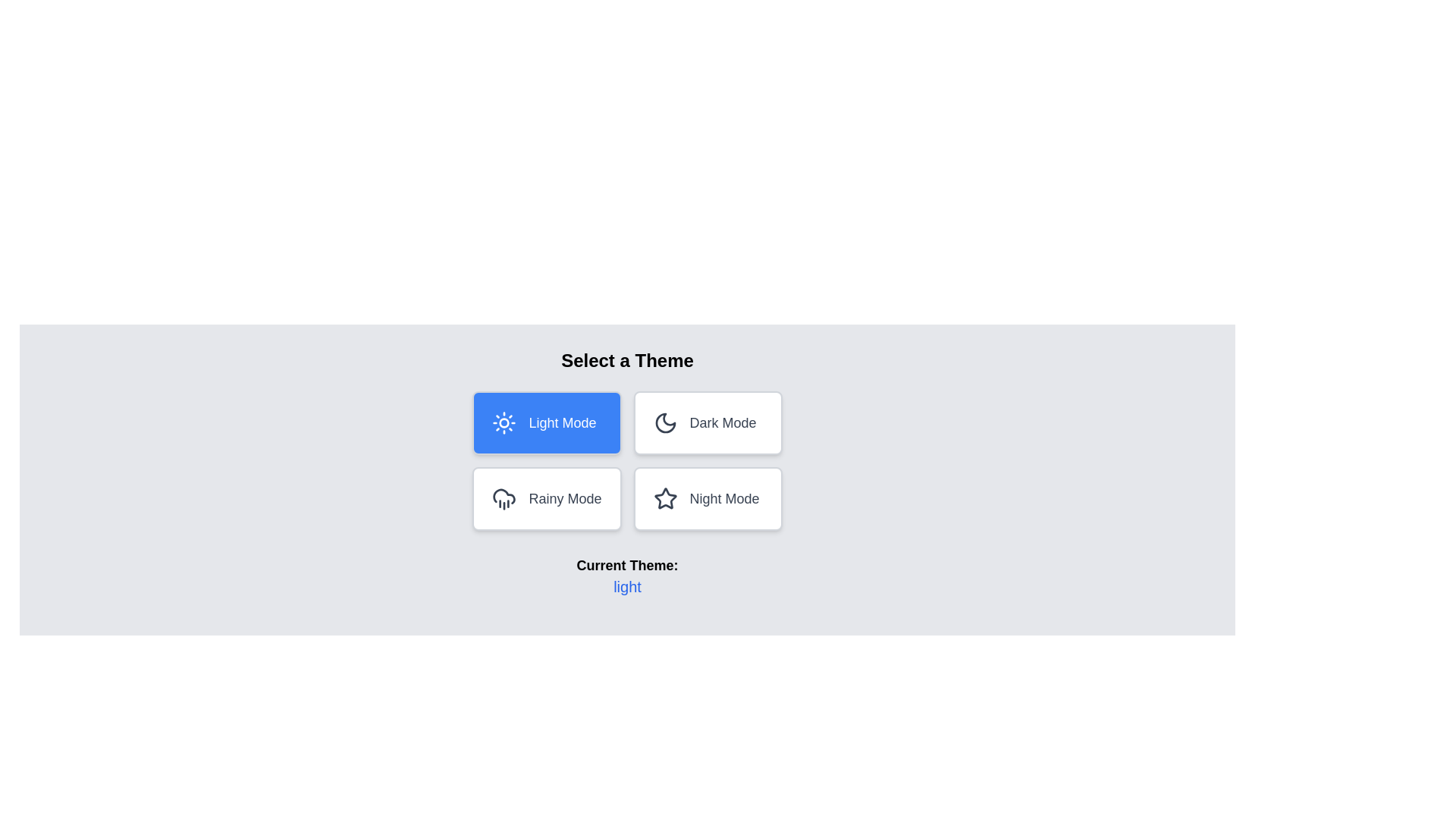 This screenshot has width=1456, height=819. I want to click on the button corresponding to the theme night, so click(706, 499).